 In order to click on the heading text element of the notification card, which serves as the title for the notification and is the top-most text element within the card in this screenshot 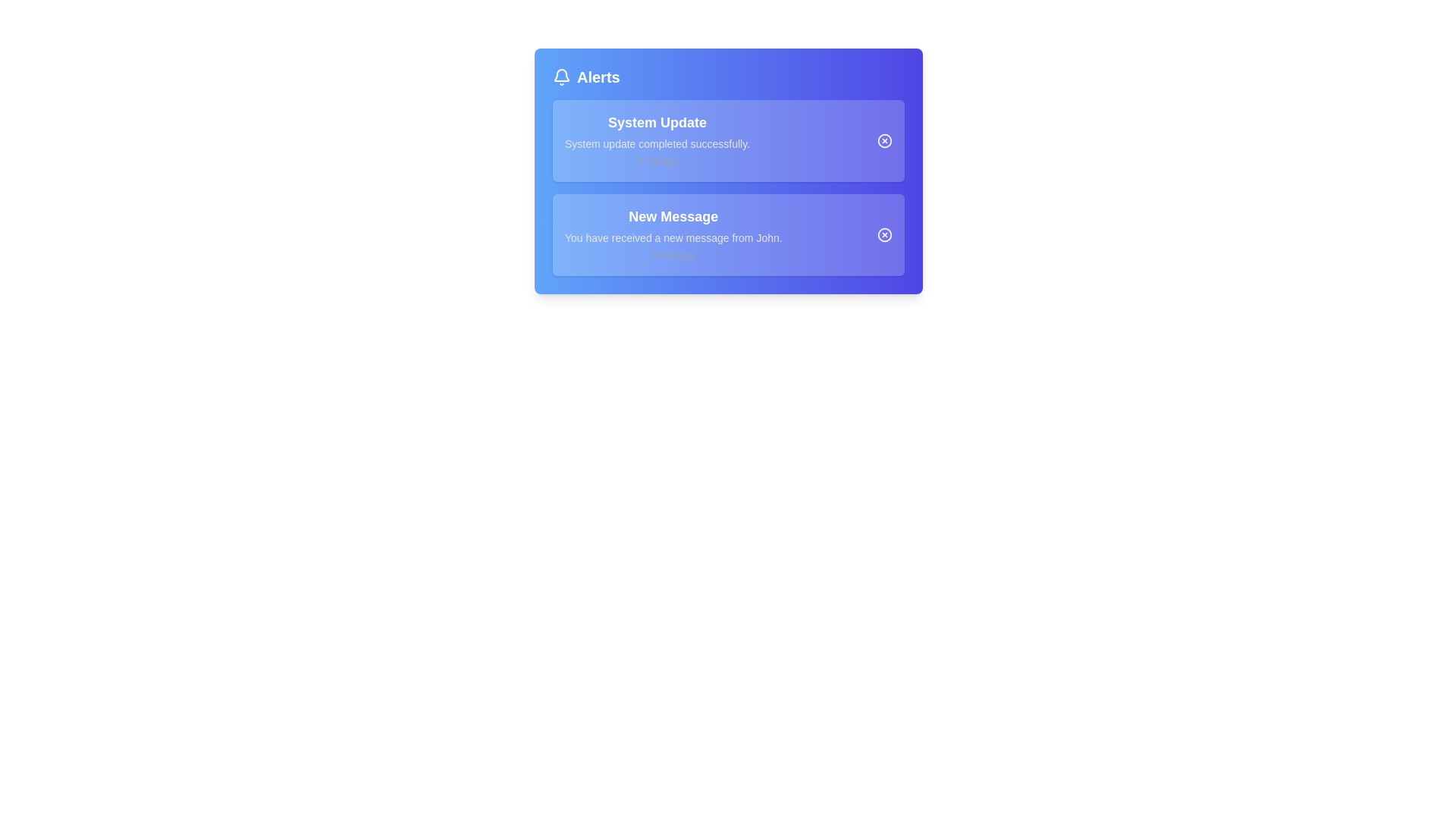, I will do `click(657, 122)`.